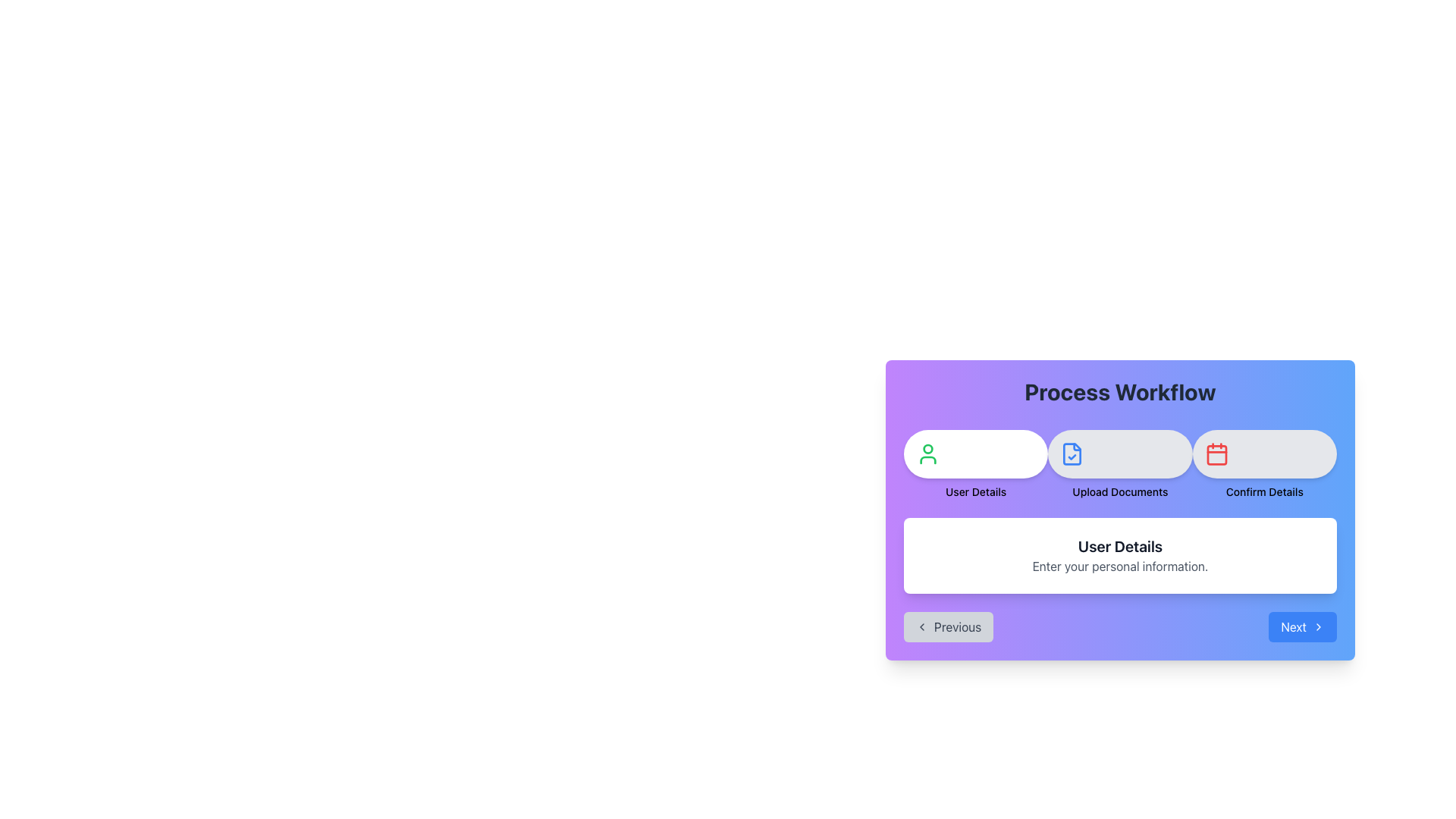 The height and width of the screenshot is (819, 1456). Describe the element at coordinates (1120, 391) in the screenshot. I see `the text label that reads 'Process Workflow', which is prominently displayed in bold, large typography at the top center of a rectangular card-like component with a gradient background` at that location.